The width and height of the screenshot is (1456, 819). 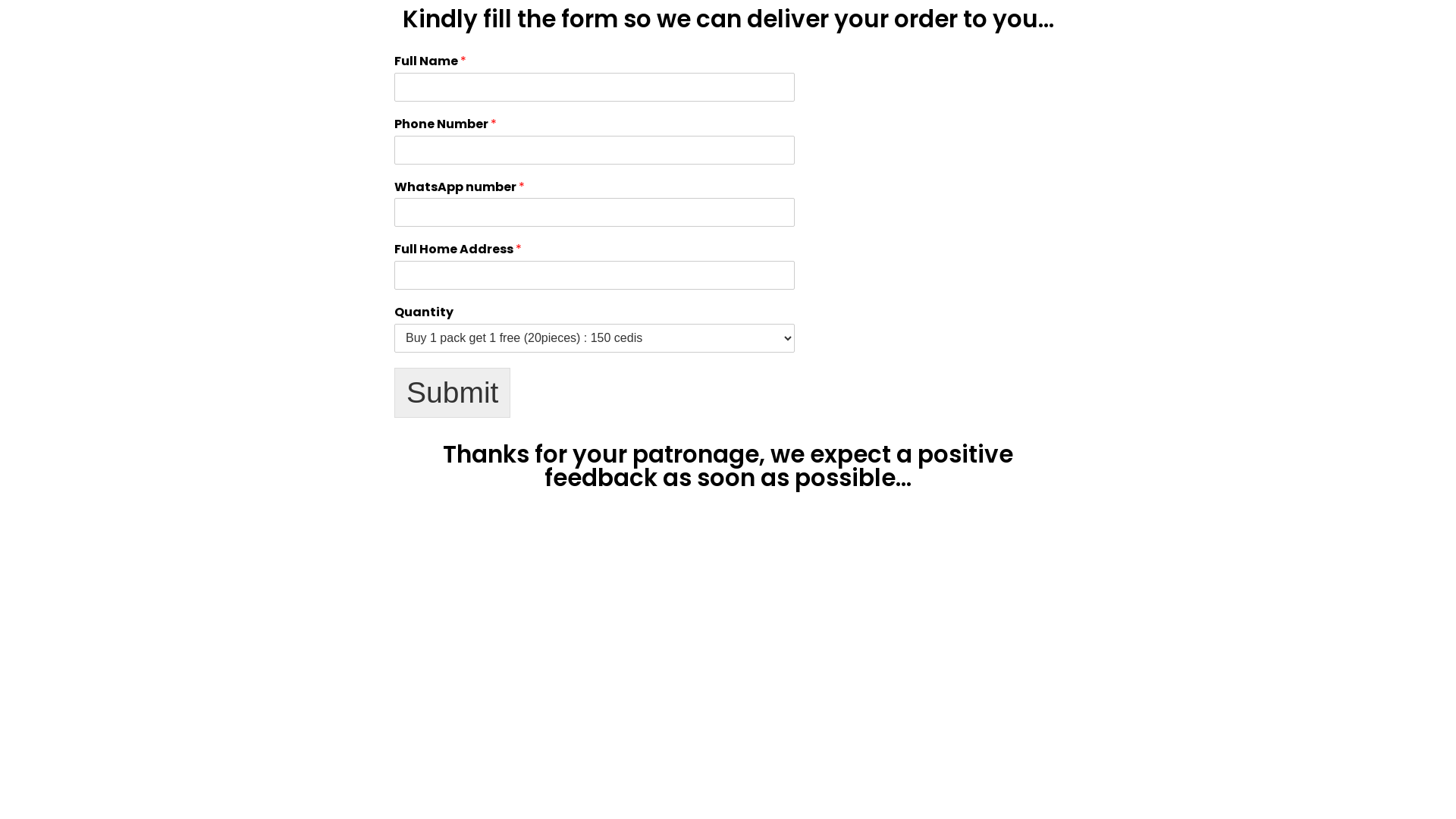 What do you see at coordinates (394, 391) in the screenshot?
I see `'Submit'` at bounding box center [394, 391].